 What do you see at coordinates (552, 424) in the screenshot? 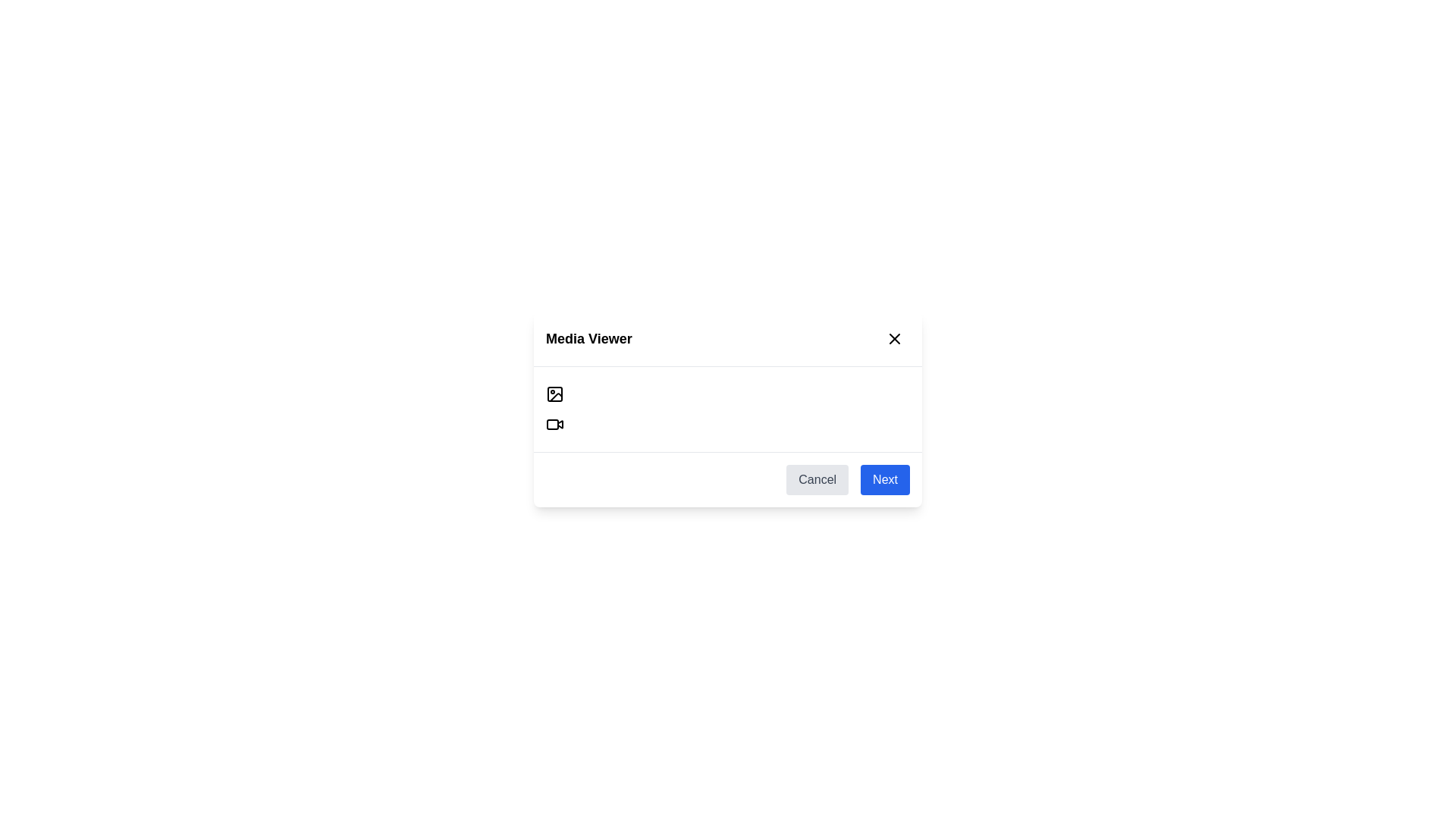
I see `the video media indicator icon located in the bottom section of the modal window` at bounding box center [552, 424].